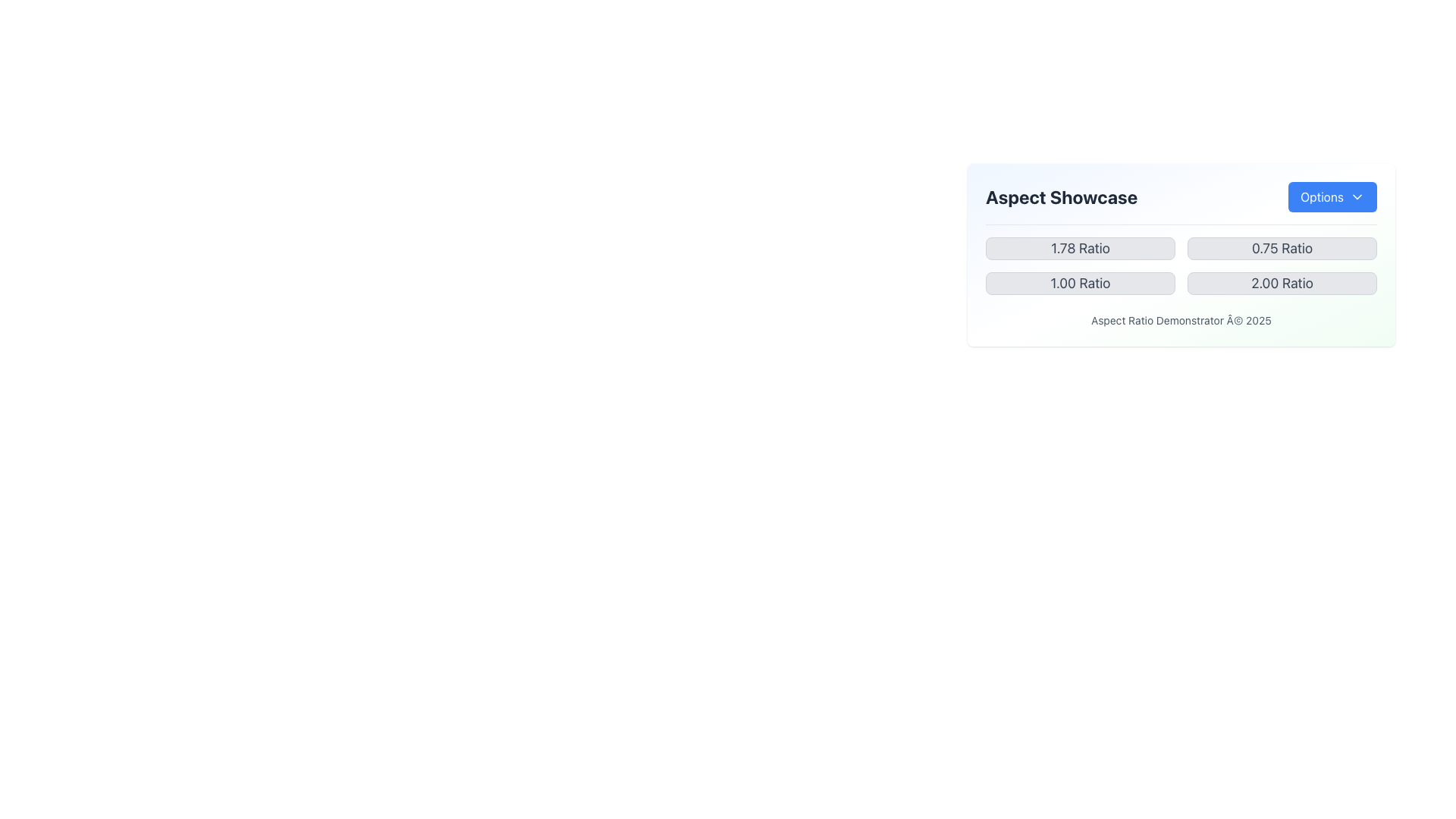 This screenshot has width=1456, height=819. Describe the element at coordinates (1281, 284) in the screenshot. I see `the '2.00 Ratio' label displayed in gray color and larger font size located in the card titled 'Aspect Showcase' in the bottom-right position of a 2x2 grid layout` at that location.